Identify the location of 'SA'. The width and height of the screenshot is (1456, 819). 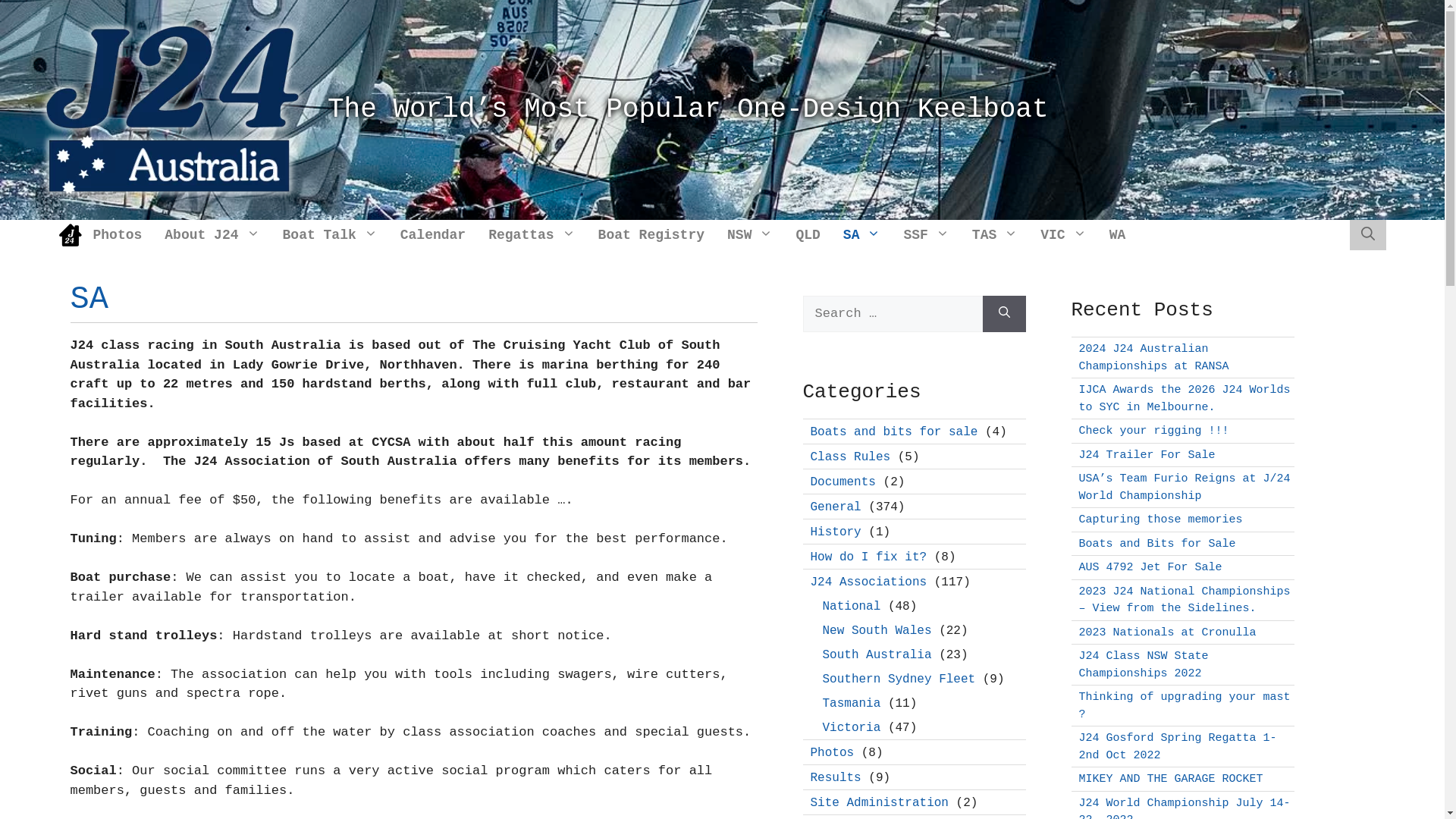
(862, 234).